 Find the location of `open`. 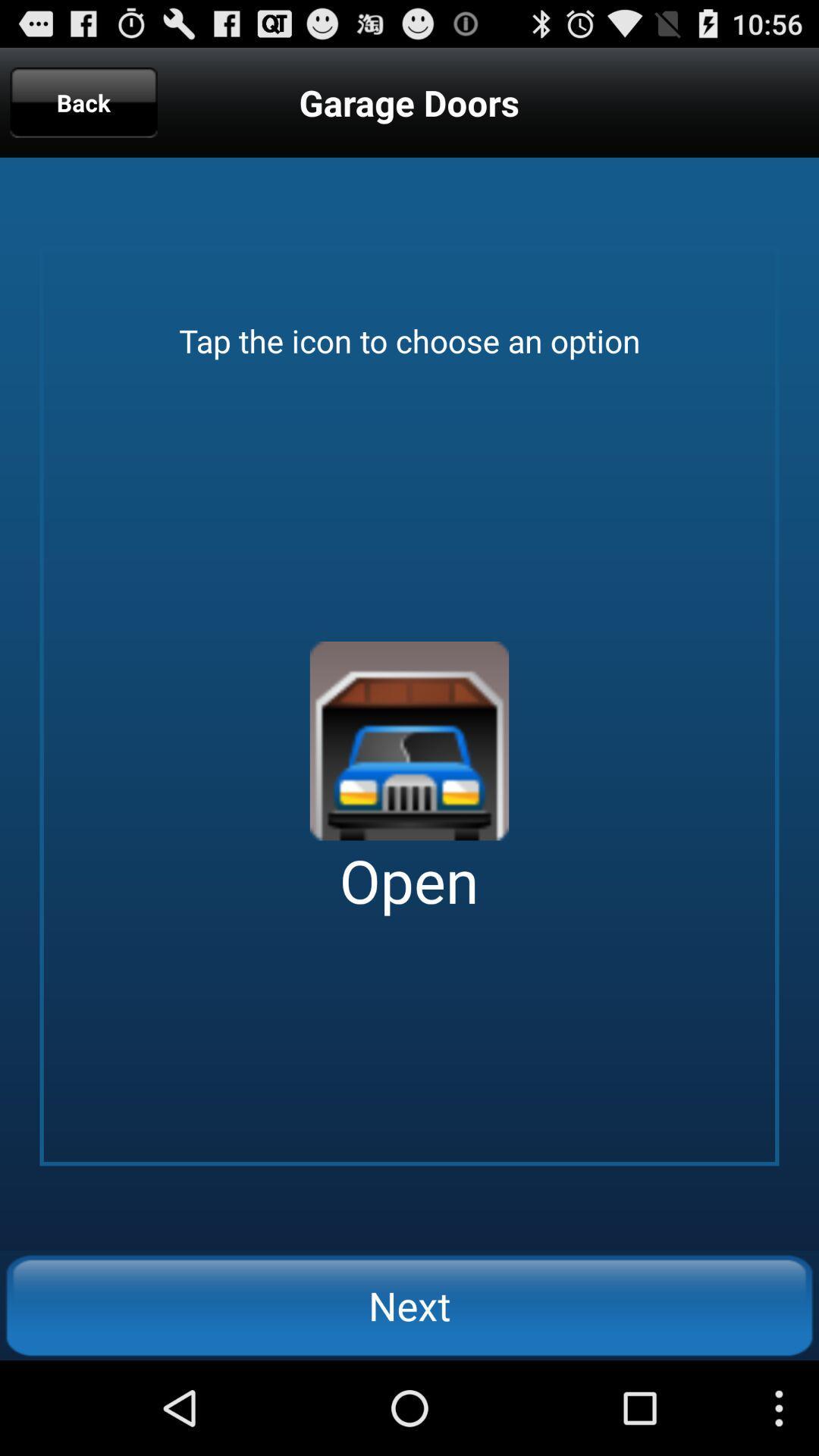

open is located at coordinates (409, 741).